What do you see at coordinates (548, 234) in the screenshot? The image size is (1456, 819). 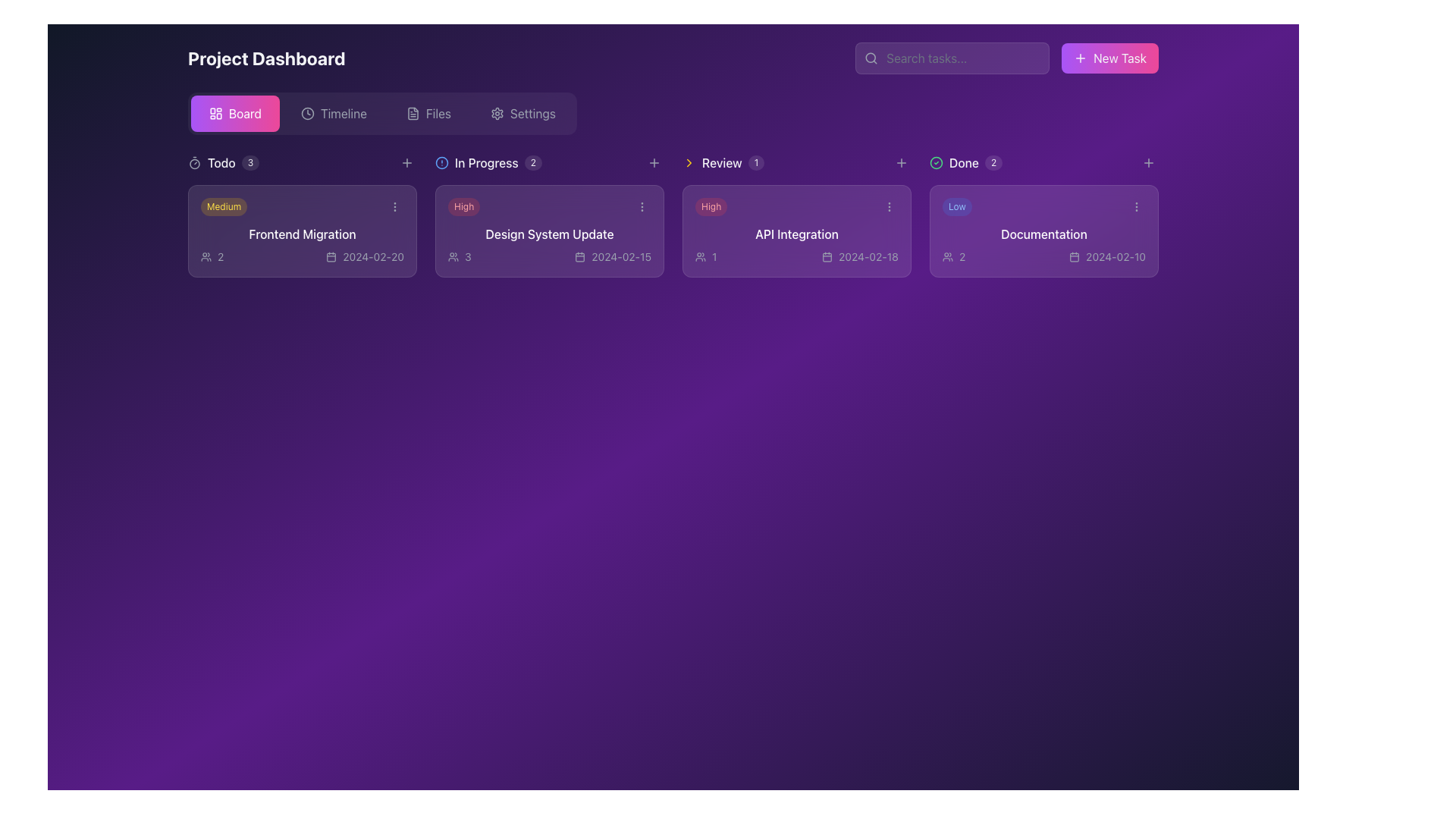 I see `the text label displaying 'Design System Update' located within the 'High' card in the 'In Progress' column of the project management dashboard` at bounding box center [548, 234].